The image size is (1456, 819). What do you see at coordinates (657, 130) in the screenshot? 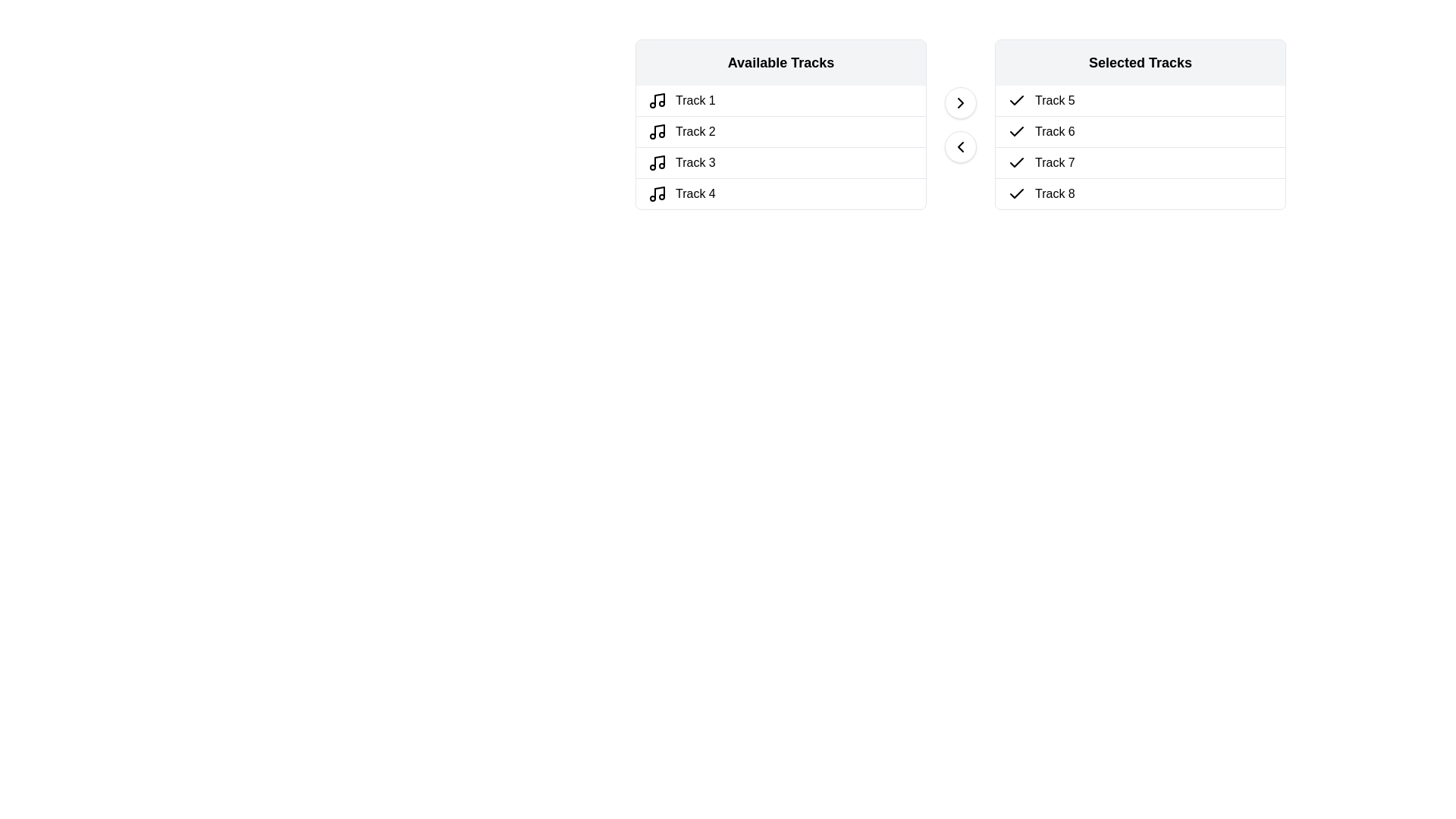
I see `the SVG-based icon element that visually represents the musical track for 'Track 2' in the 'Available Tracks' section` at bounding box center [657, 130].